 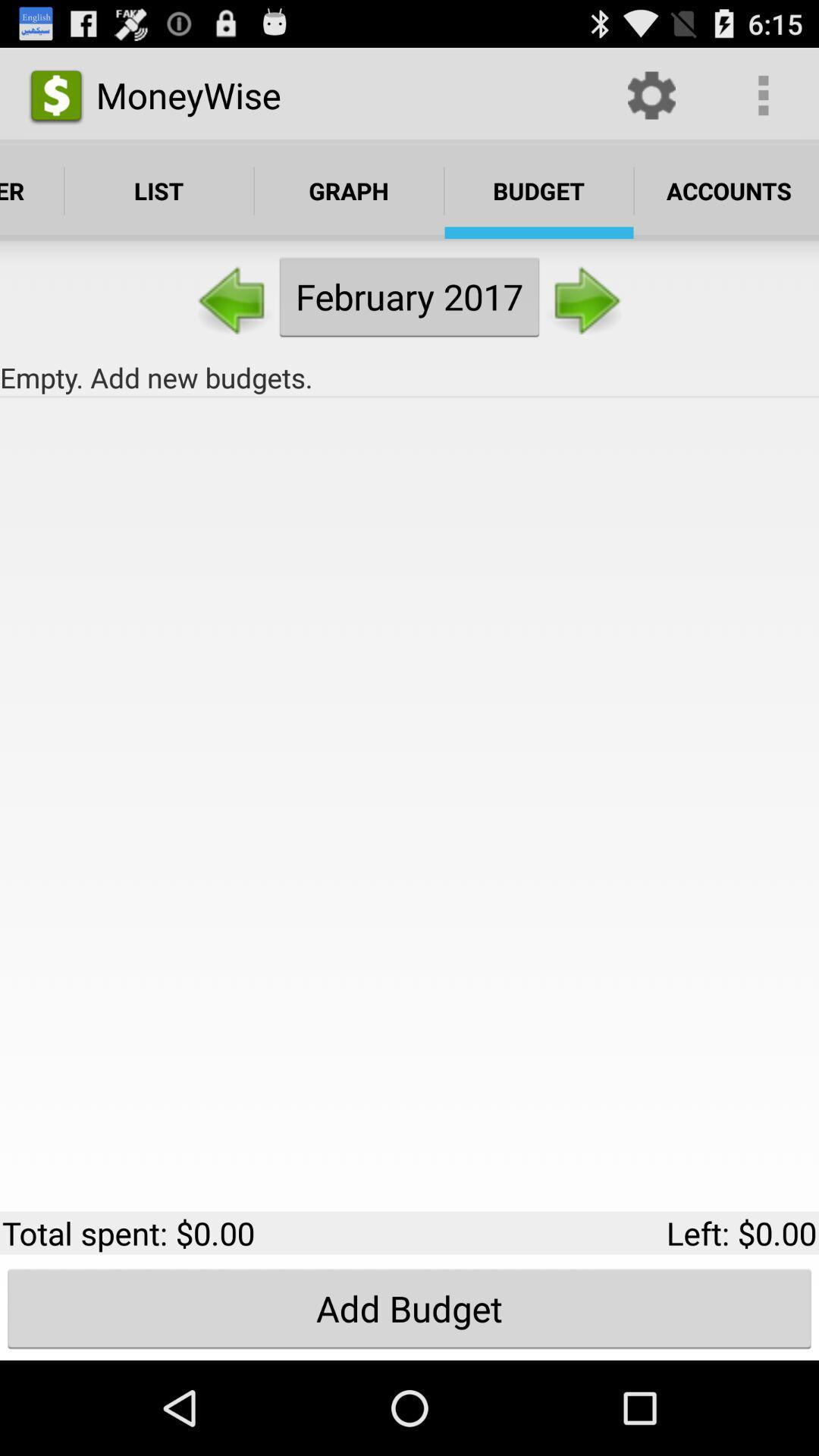 What do you see at coordinates (234, 316) in the screenshot?
I see `the arrow_backward icon` at bounding box center [234, 316].